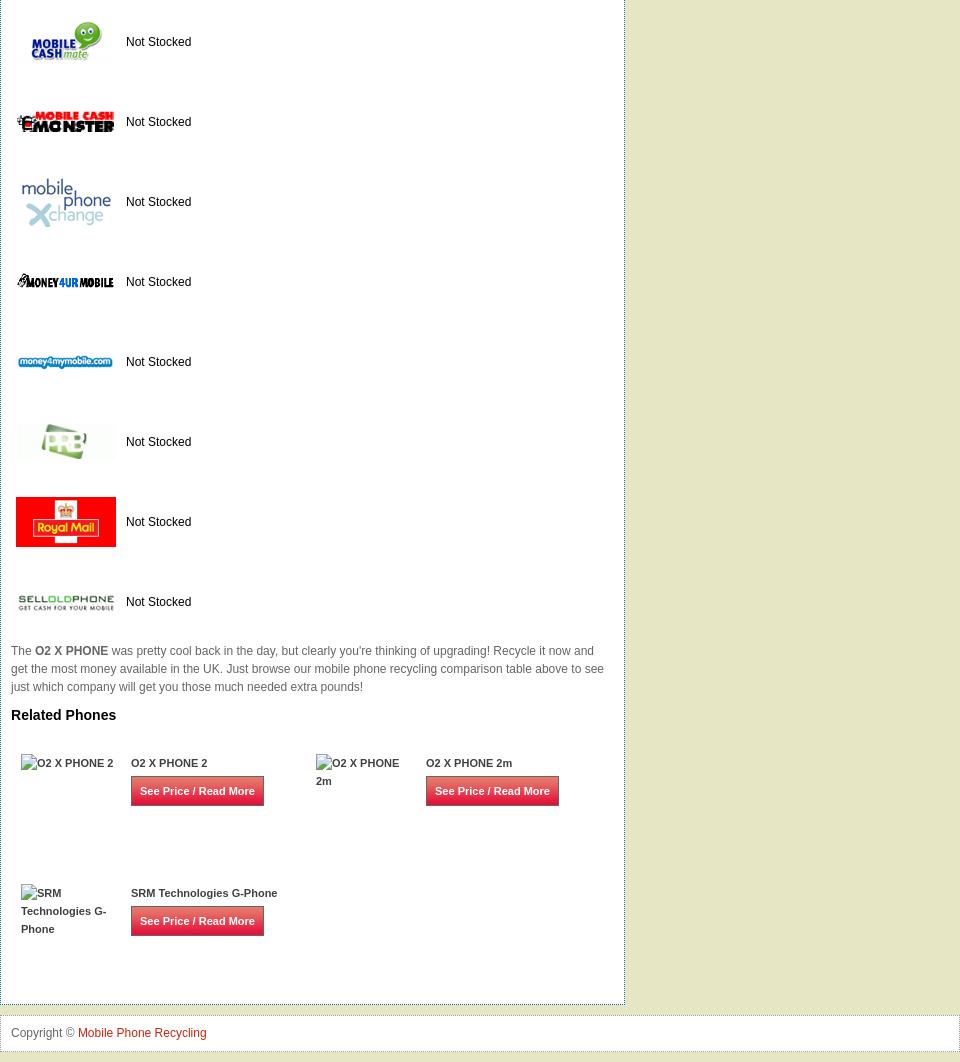  Describe the element at coordinates (204, 892) in the screenshot. I see `'SRM Technologies G-Phone'` at that location.